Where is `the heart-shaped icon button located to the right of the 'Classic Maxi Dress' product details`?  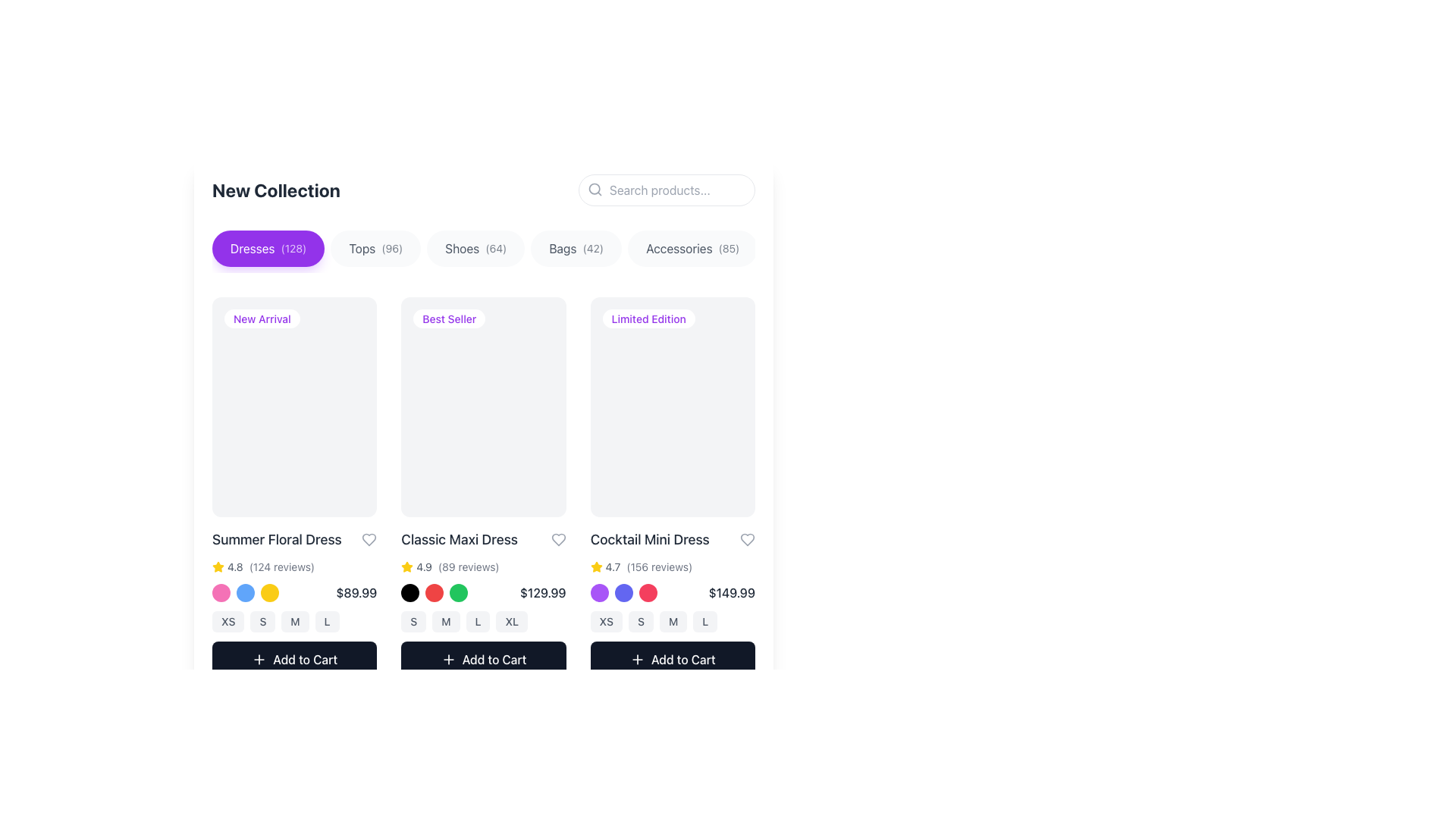 the heart-shaped icon button located to the right of the 'Classic Maxi Dress' product details is located at coordinates (557, 538).